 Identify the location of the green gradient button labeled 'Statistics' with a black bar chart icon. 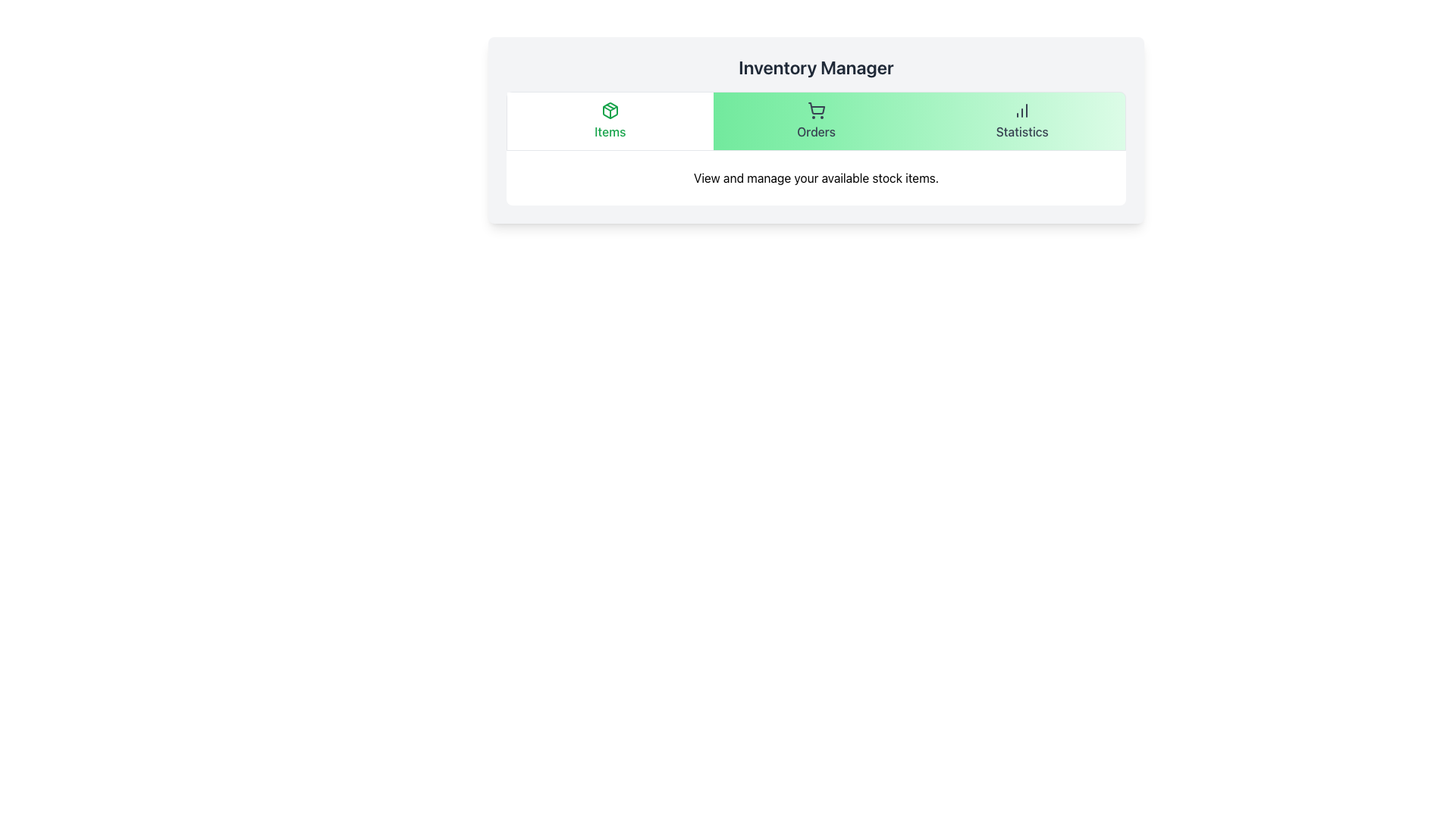
(1022, 120).